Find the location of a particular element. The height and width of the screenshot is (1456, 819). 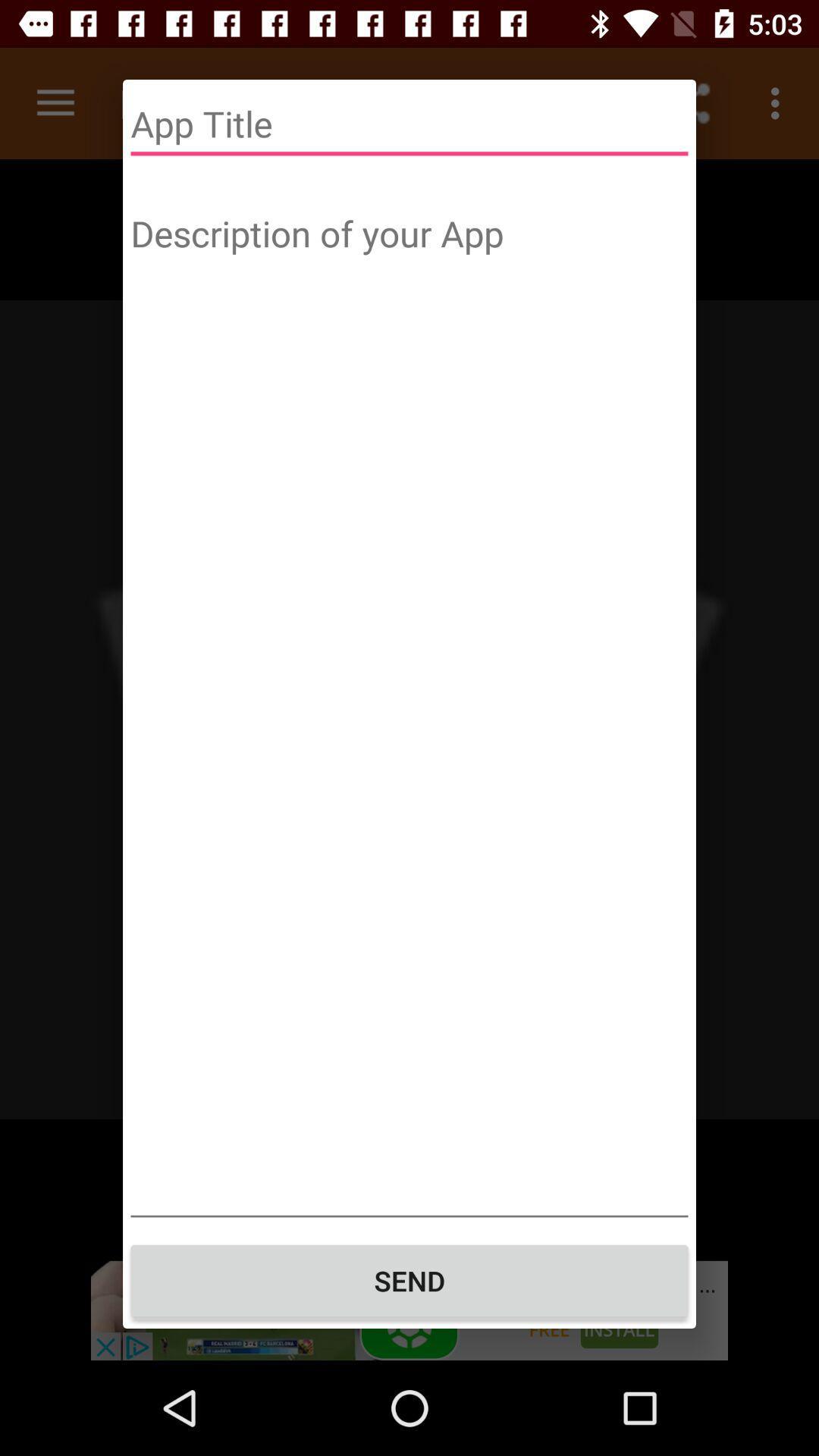

description of app is located at coordinates (409, 710).